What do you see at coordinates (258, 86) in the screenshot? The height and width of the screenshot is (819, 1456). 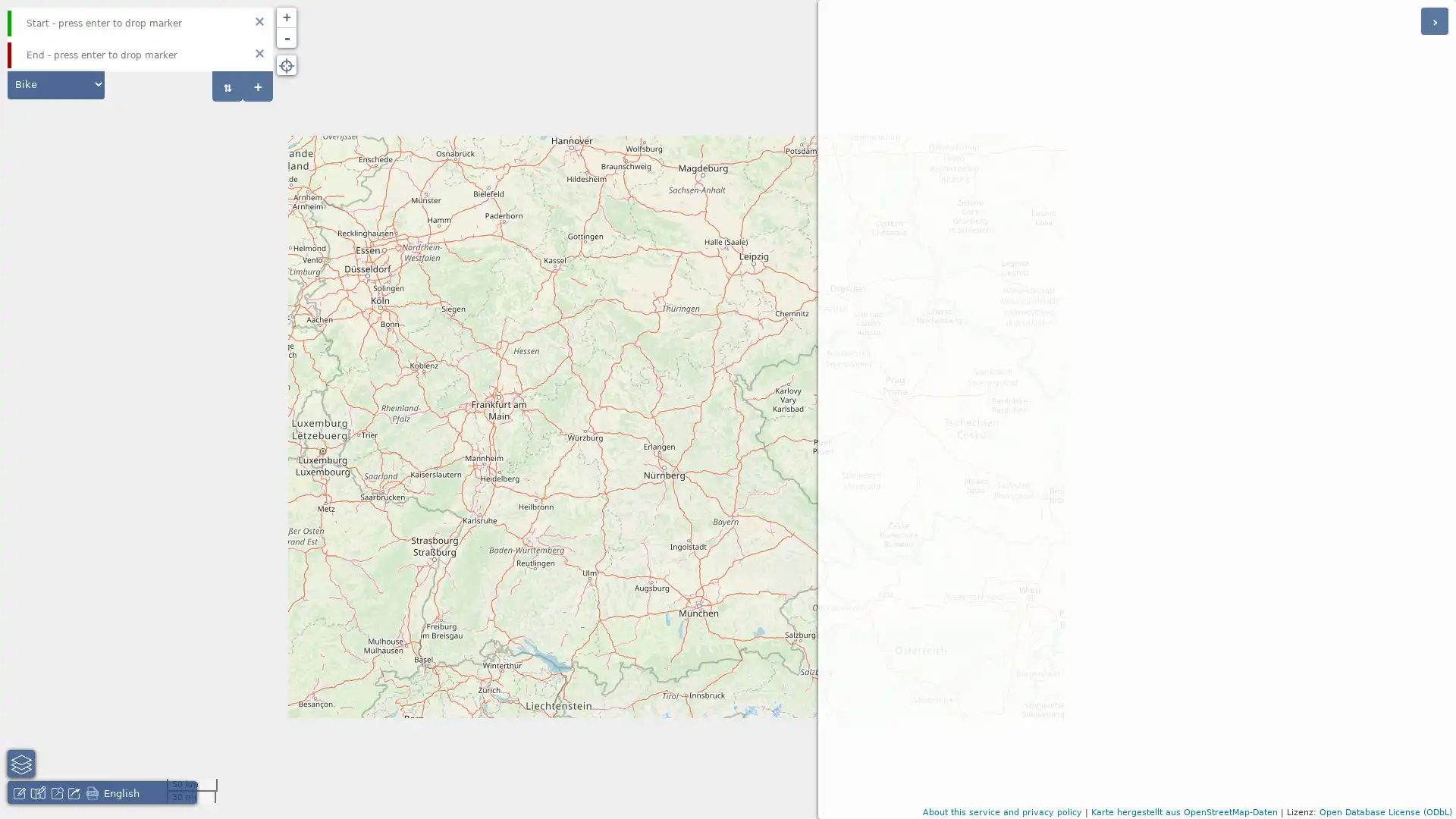 I see `+` at bounding box center [258, 86].